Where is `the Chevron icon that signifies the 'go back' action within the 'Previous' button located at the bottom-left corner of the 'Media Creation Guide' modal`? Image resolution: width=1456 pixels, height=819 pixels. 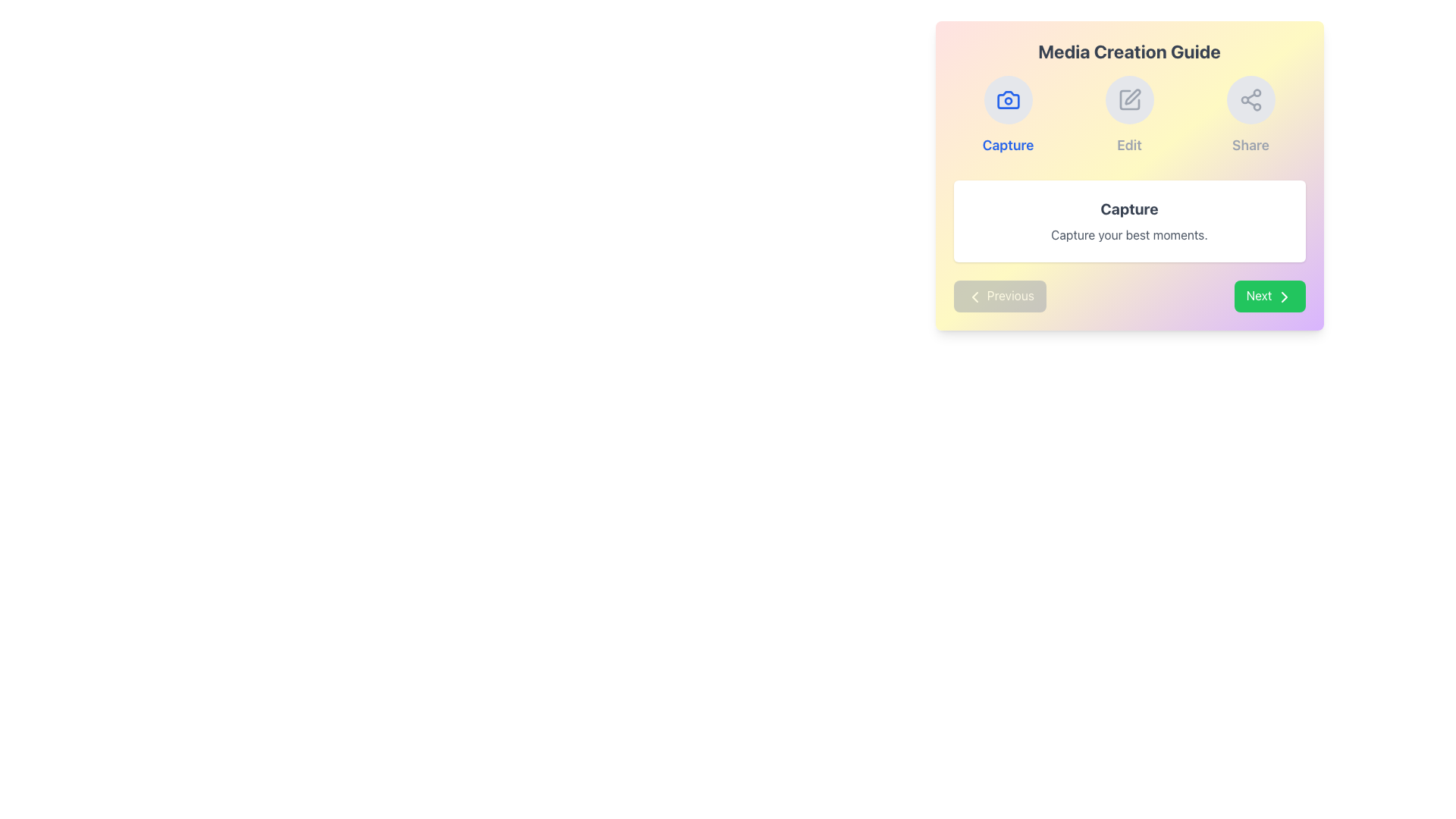 the Chevron icon that signifies the 'go back' action within the 'Previous' button located at the bottom-left corner of the 'Media Creation Guide' modal is located at coordinates (974, 297).